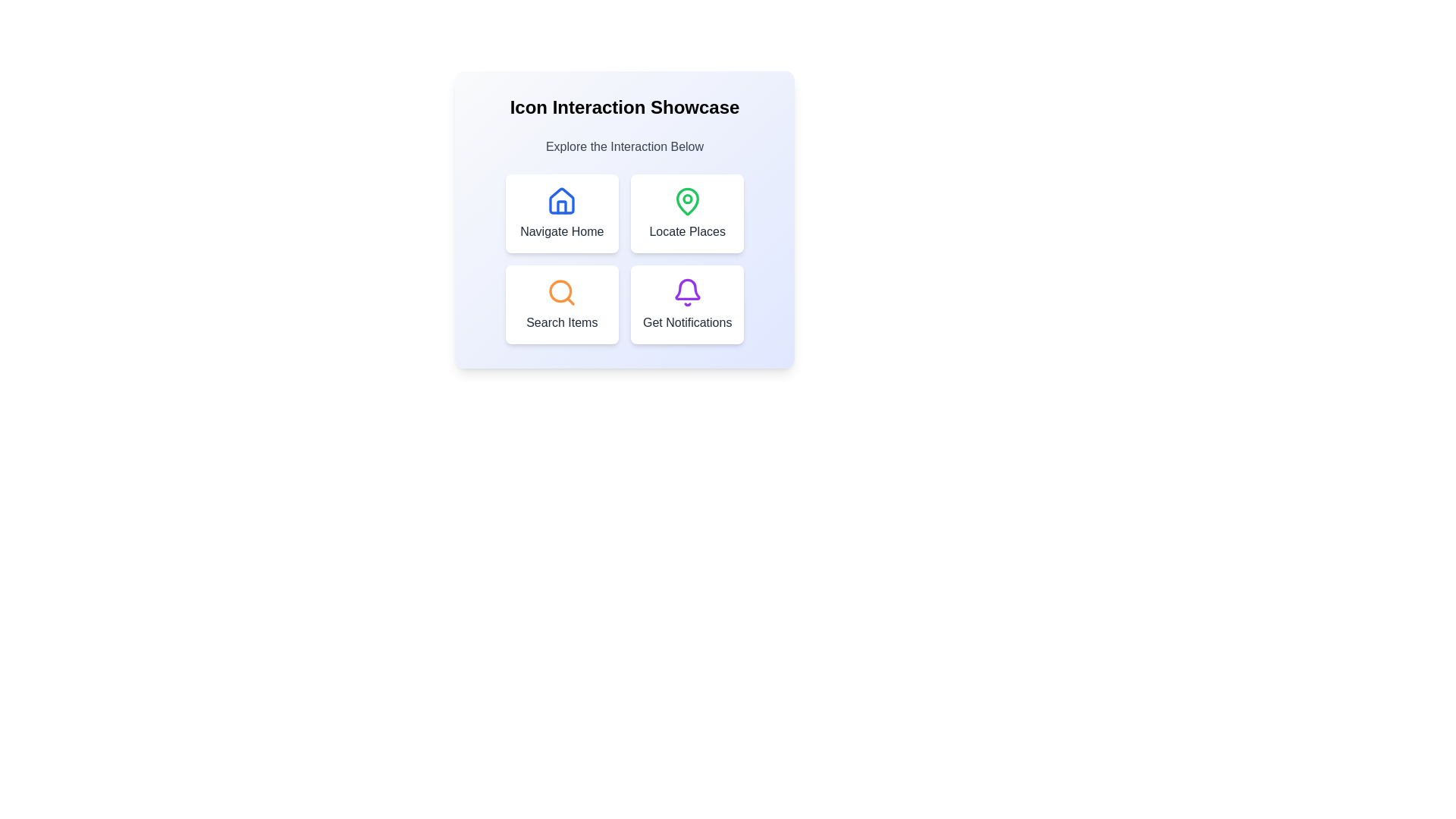  What do you see at coordinates (561, 292) in the screenshot?
I see `the circular magnifying glass icon with an orange outline, located within the 'Search Items' card` at bounding box center [561, 292].